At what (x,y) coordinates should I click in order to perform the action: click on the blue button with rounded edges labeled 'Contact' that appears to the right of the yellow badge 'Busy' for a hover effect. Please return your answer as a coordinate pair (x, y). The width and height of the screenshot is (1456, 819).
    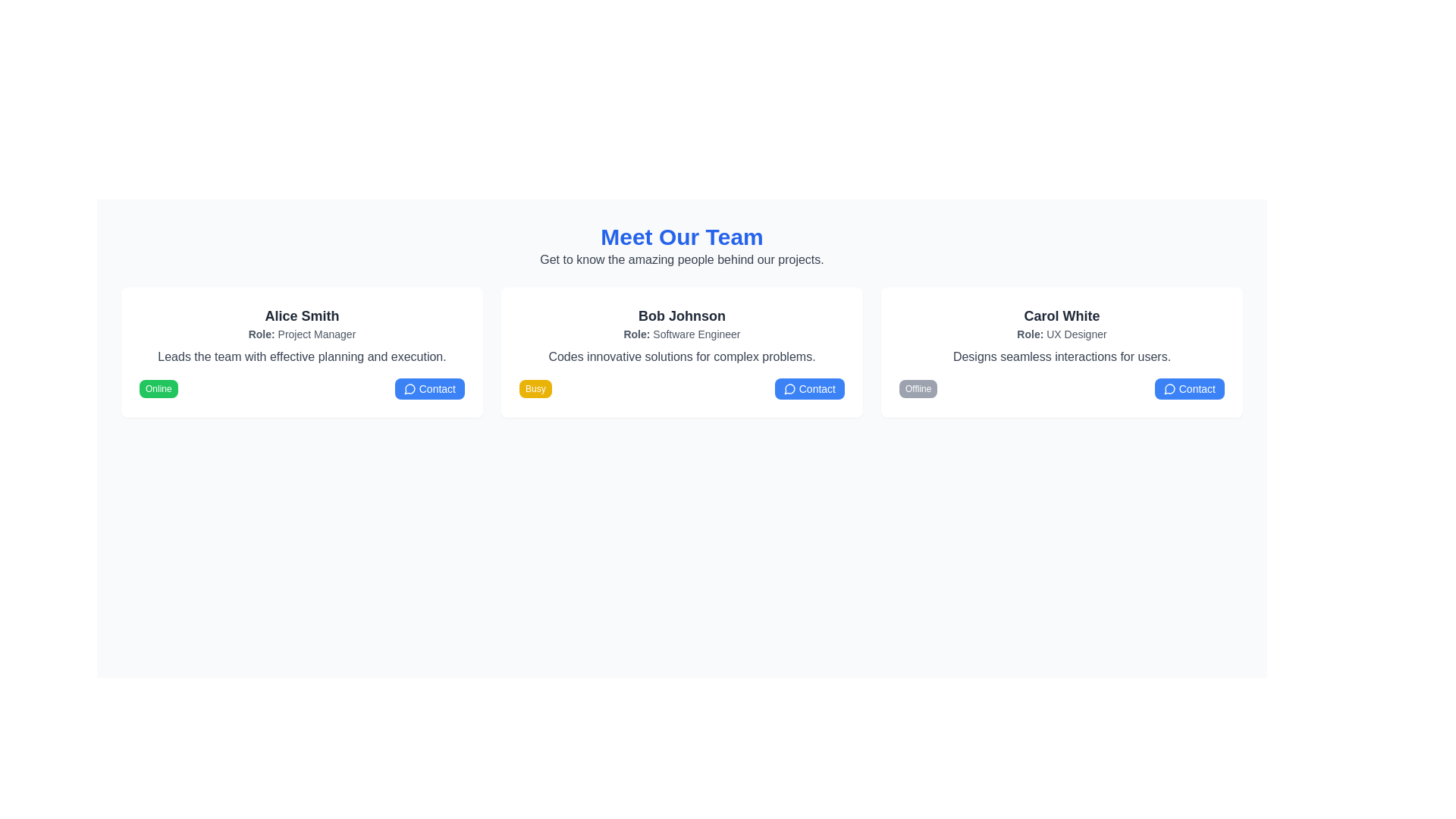
    Looking at the image, I should click on (808, 388).